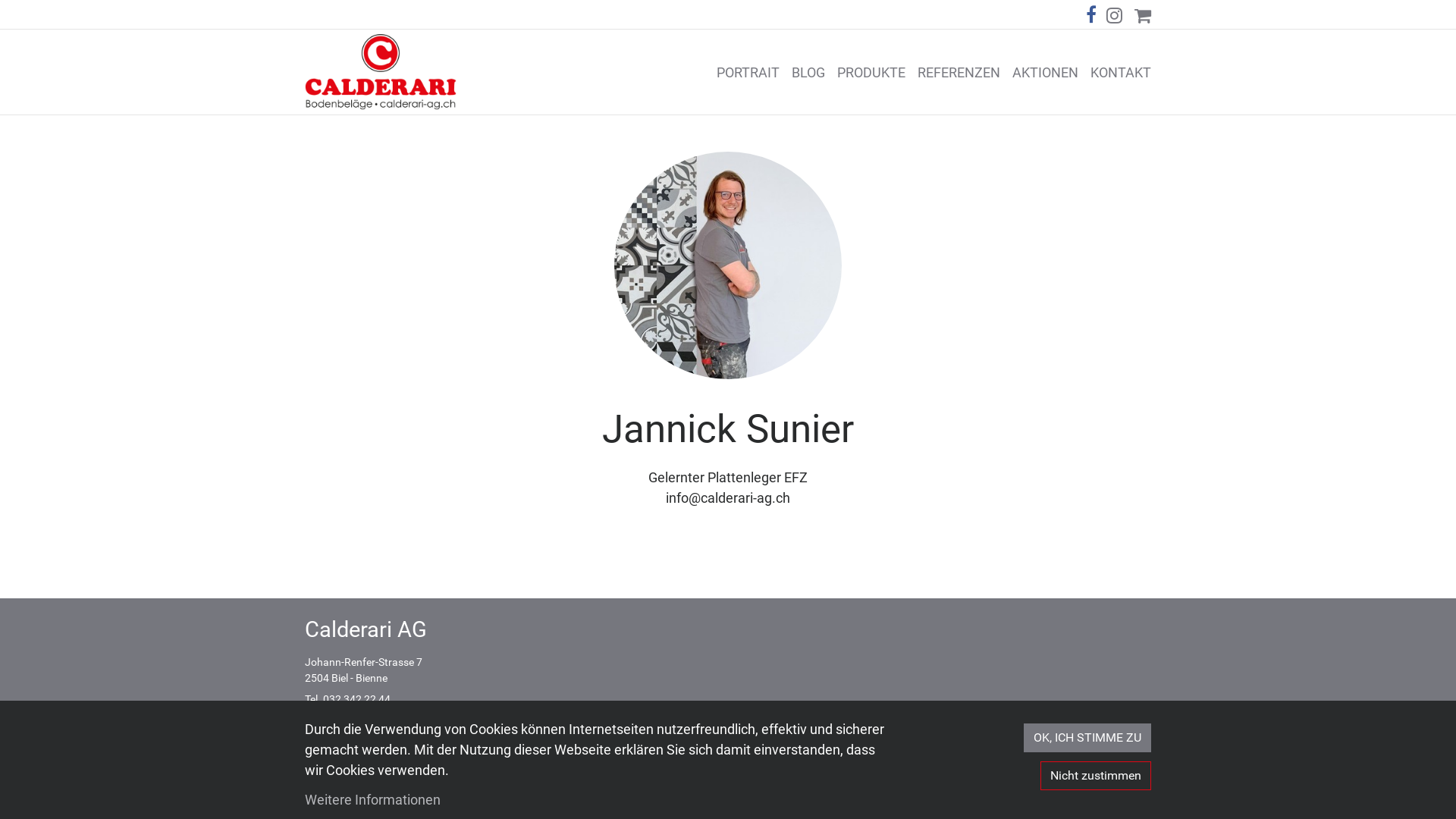  What do you see at coordinates (1087, 736) in the screenshot?
I see `'OK, ICH STIMME ZU'` at bounding box center [1087, 736].